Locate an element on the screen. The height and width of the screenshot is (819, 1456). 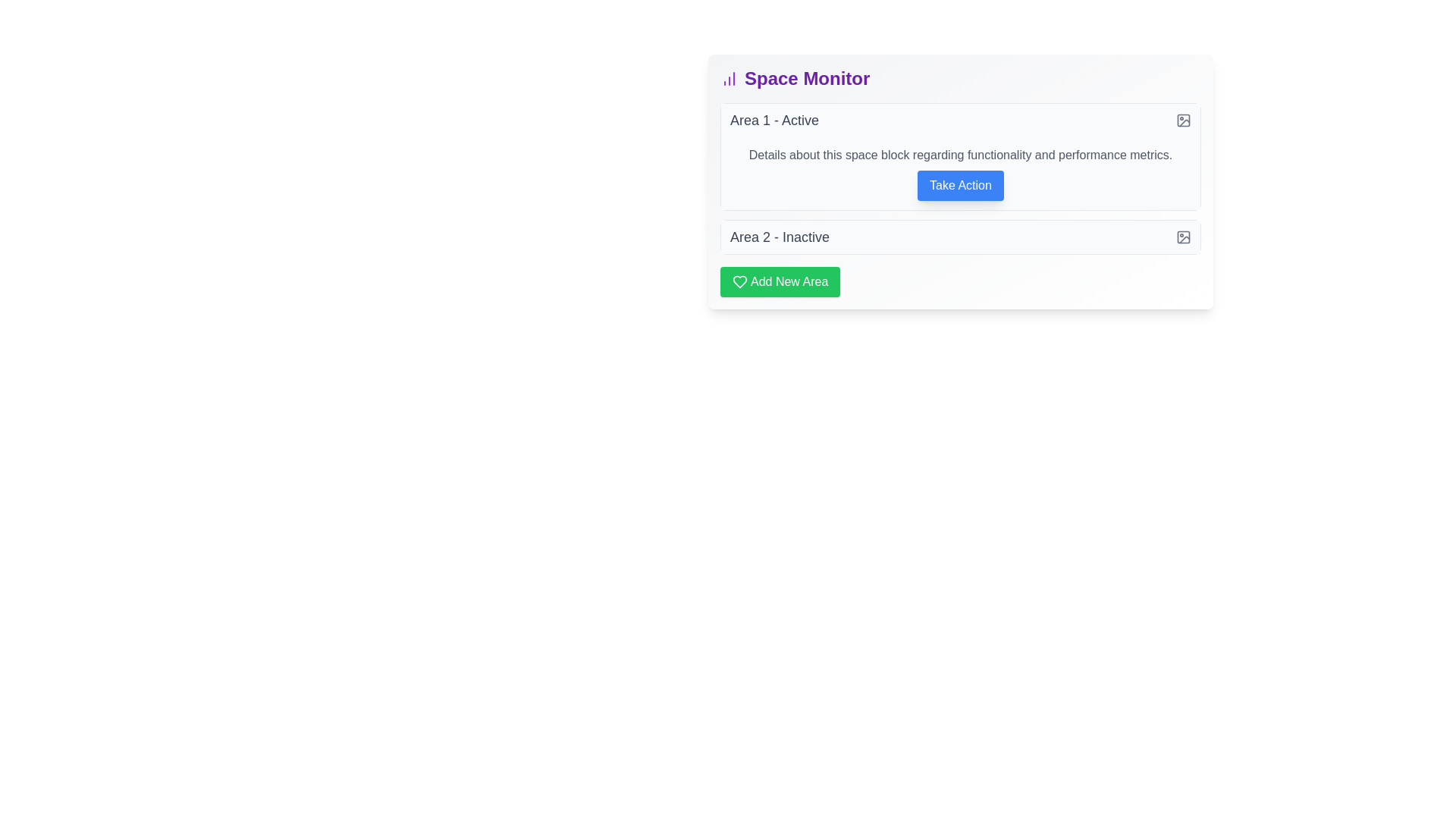
the green rectangular button with a white heart icon and the text 'Add New Area' located at the bottom of the 'Space Monitor' section is located at coordinates (780, 281).